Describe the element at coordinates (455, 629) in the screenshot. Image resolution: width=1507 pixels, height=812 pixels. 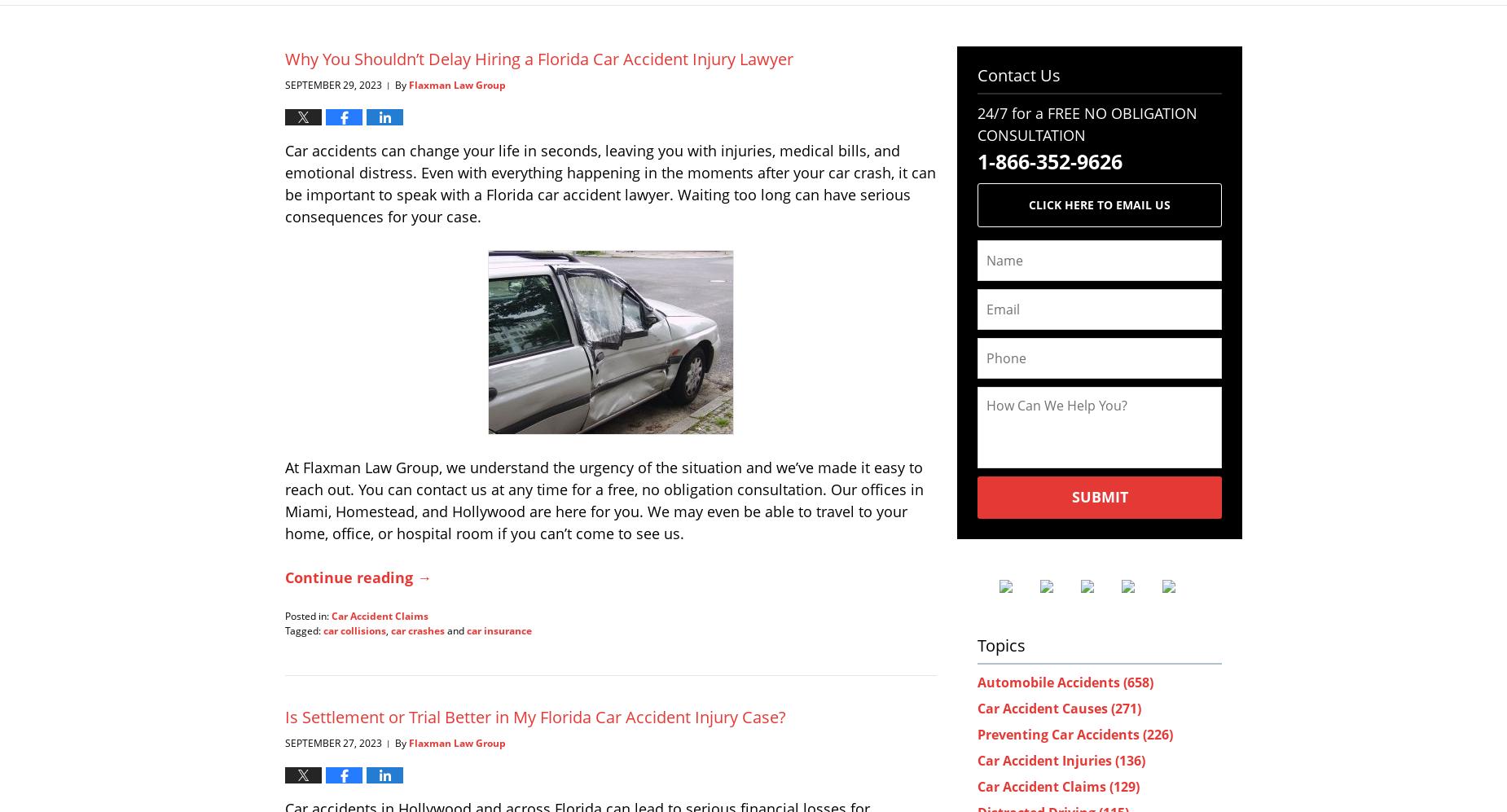
I see `'and'` at that location.